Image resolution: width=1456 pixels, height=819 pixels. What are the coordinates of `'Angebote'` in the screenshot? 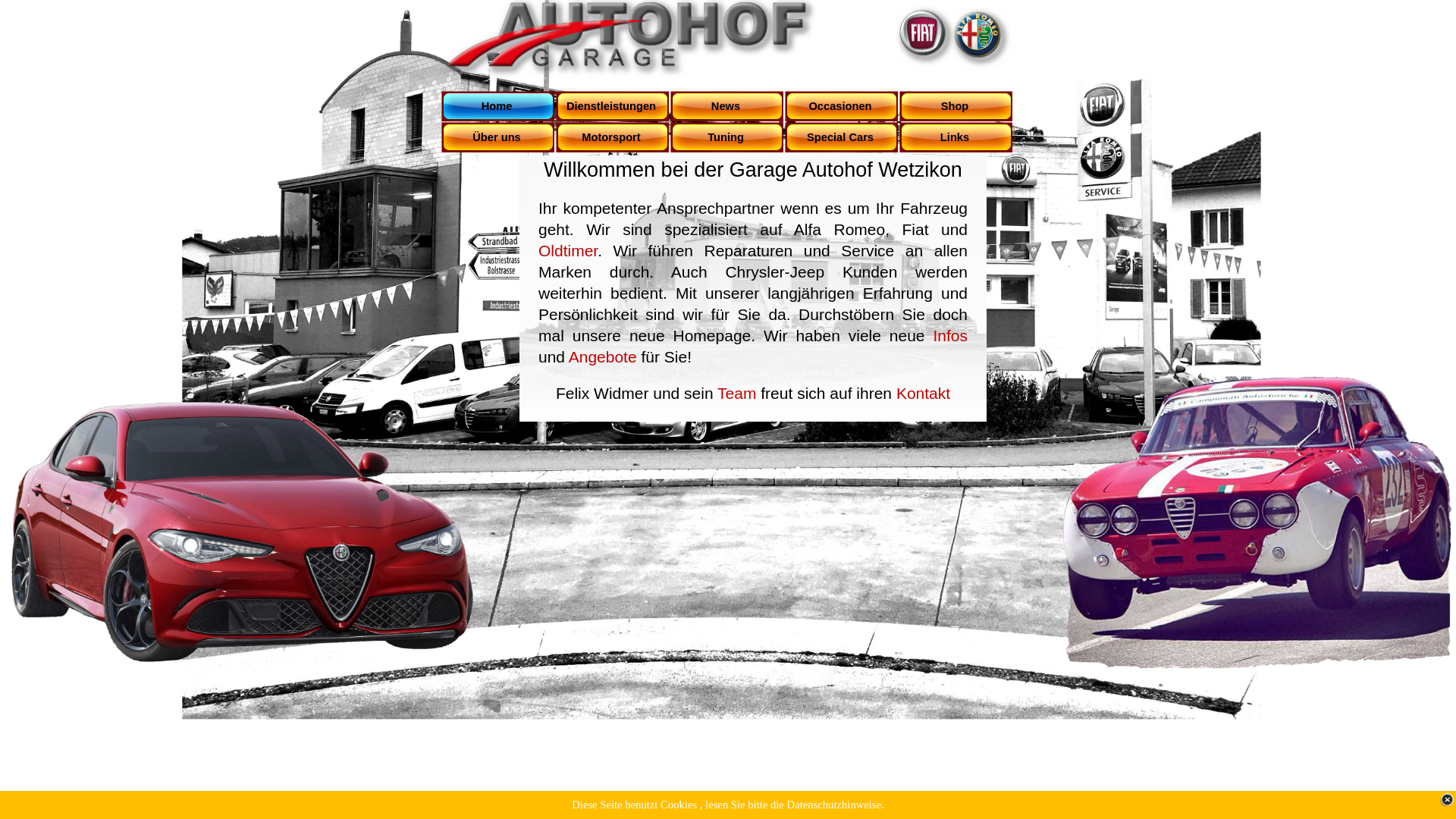 It's located at (602, 356).